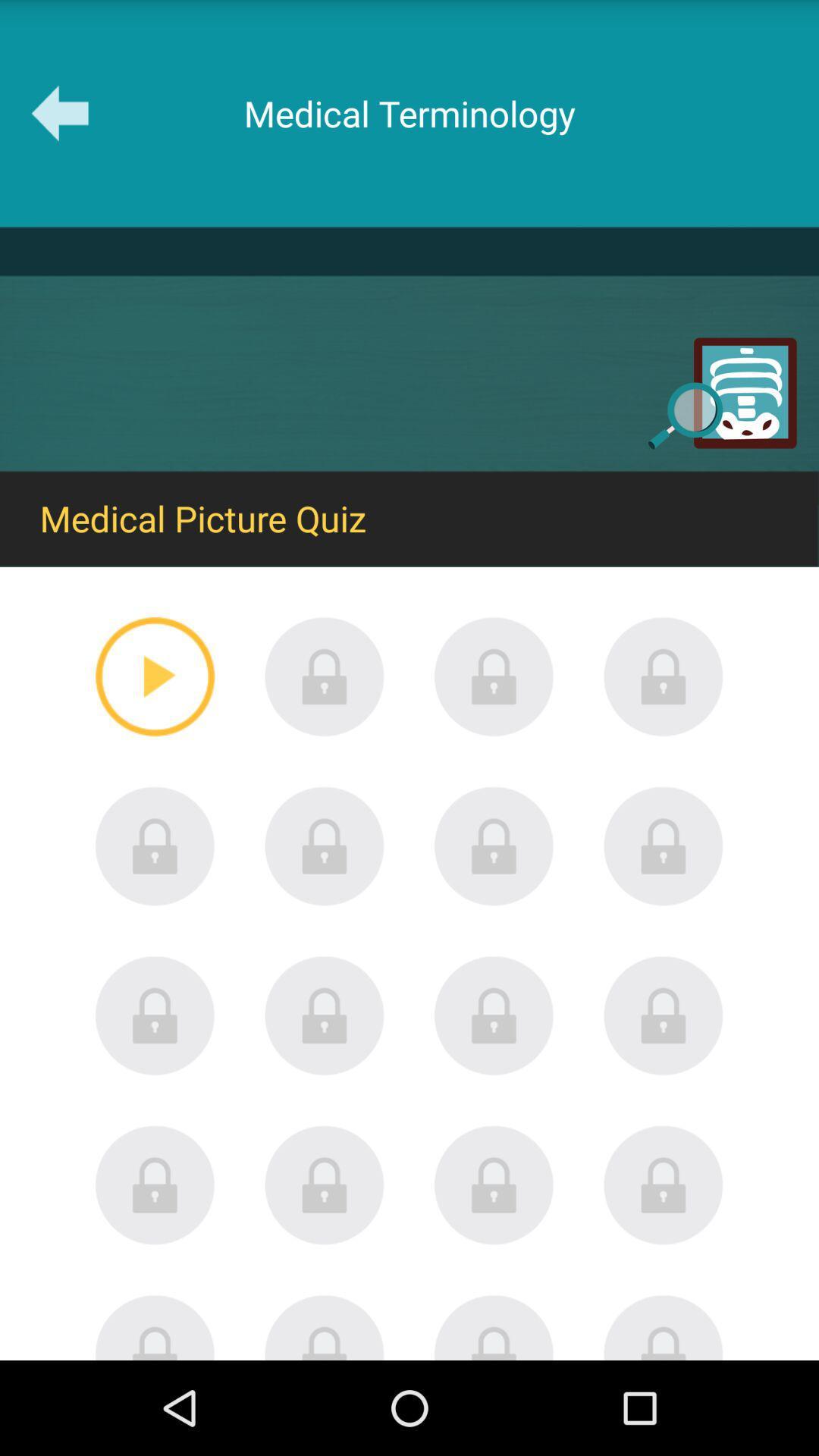 The image size is (819, 1456). I want to click on the second line fourth lock icon, so click(663, 845).